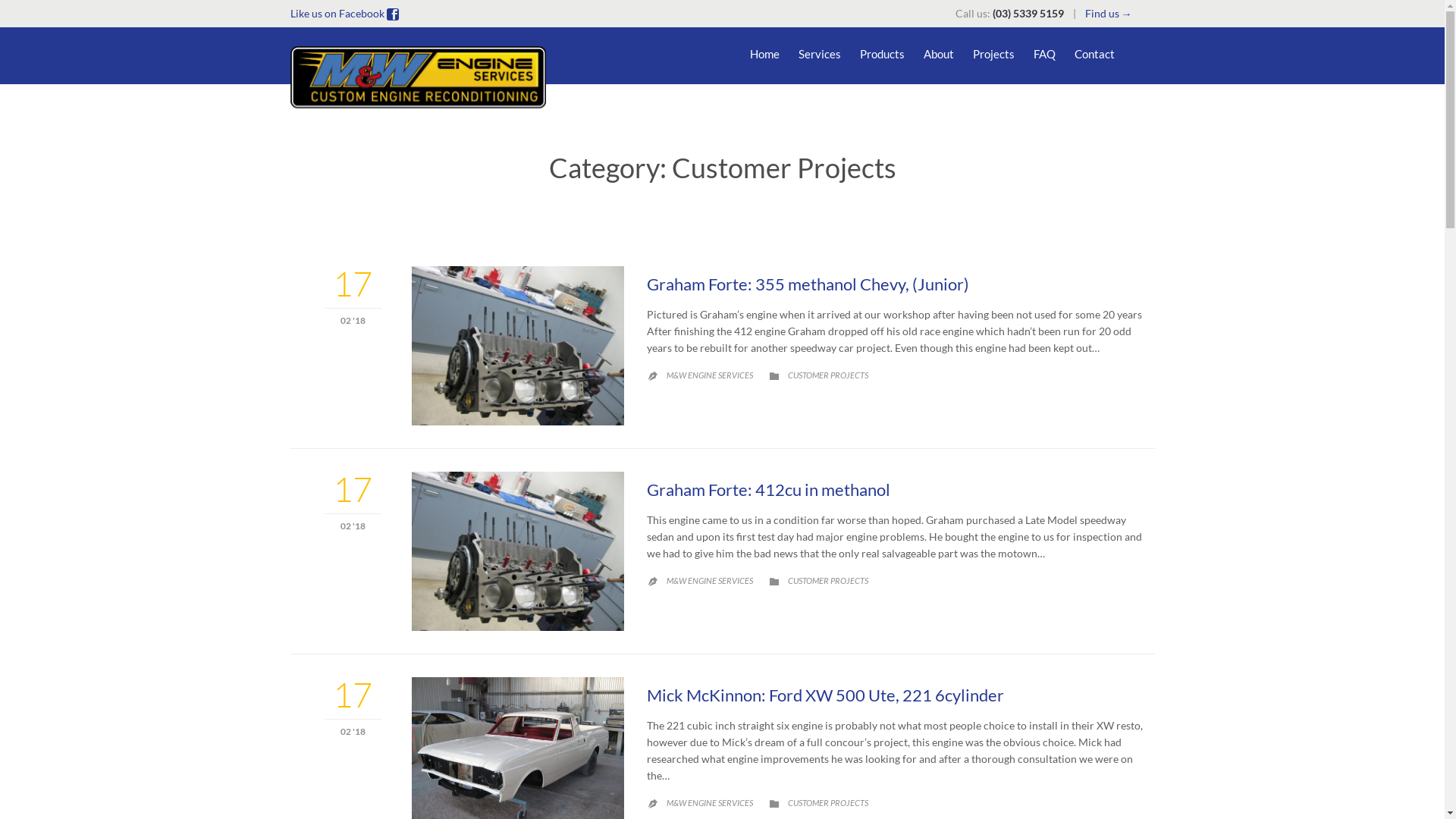 Image resolution: width=1456 pixels, height=819 pixels. Describe the element at coordinates (923, 55) in the screenshot. I see `'About'` at that location.